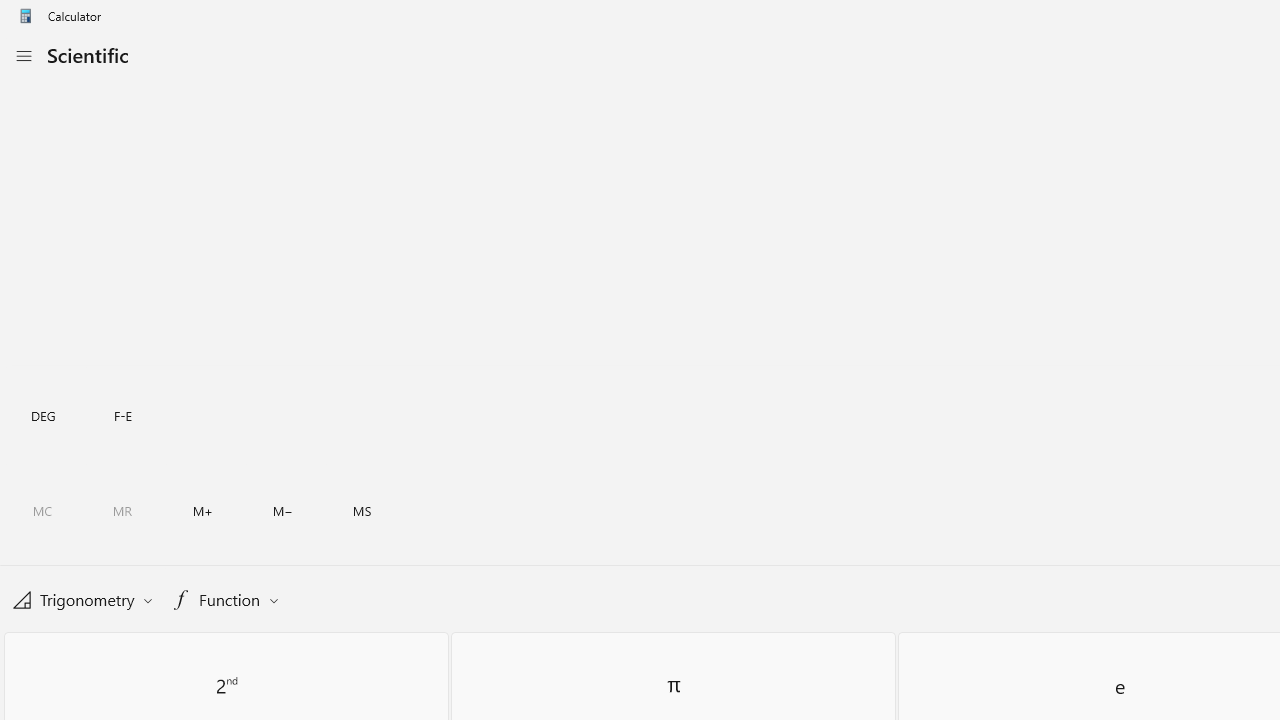  What do you see at coordinates (224, 598) in the screenshot?
I see `'Functions'` at bounding box center [224, 598].